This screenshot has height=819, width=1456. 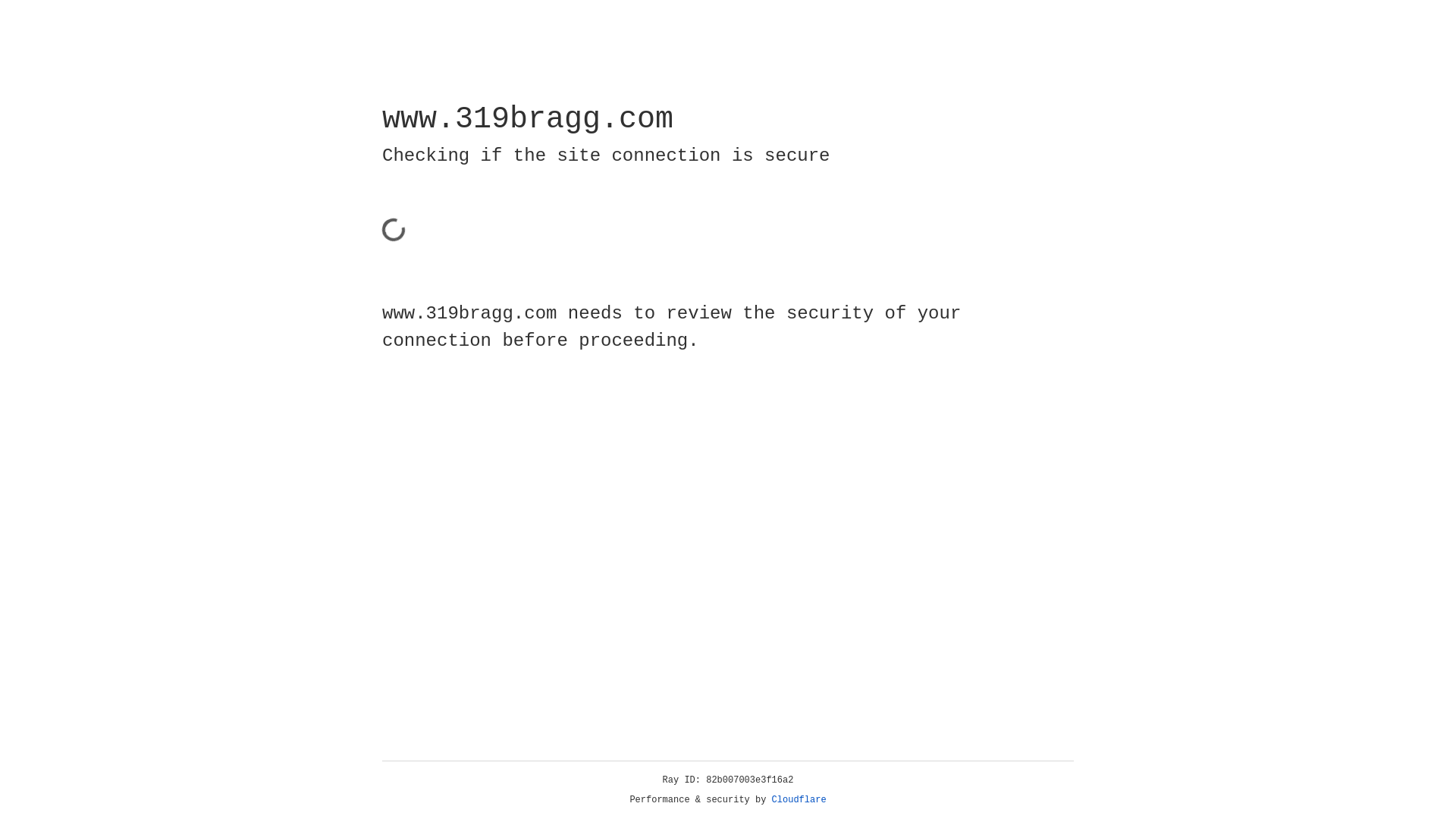 I want to click on 'Cloudflare', so click(x=771, y=799).